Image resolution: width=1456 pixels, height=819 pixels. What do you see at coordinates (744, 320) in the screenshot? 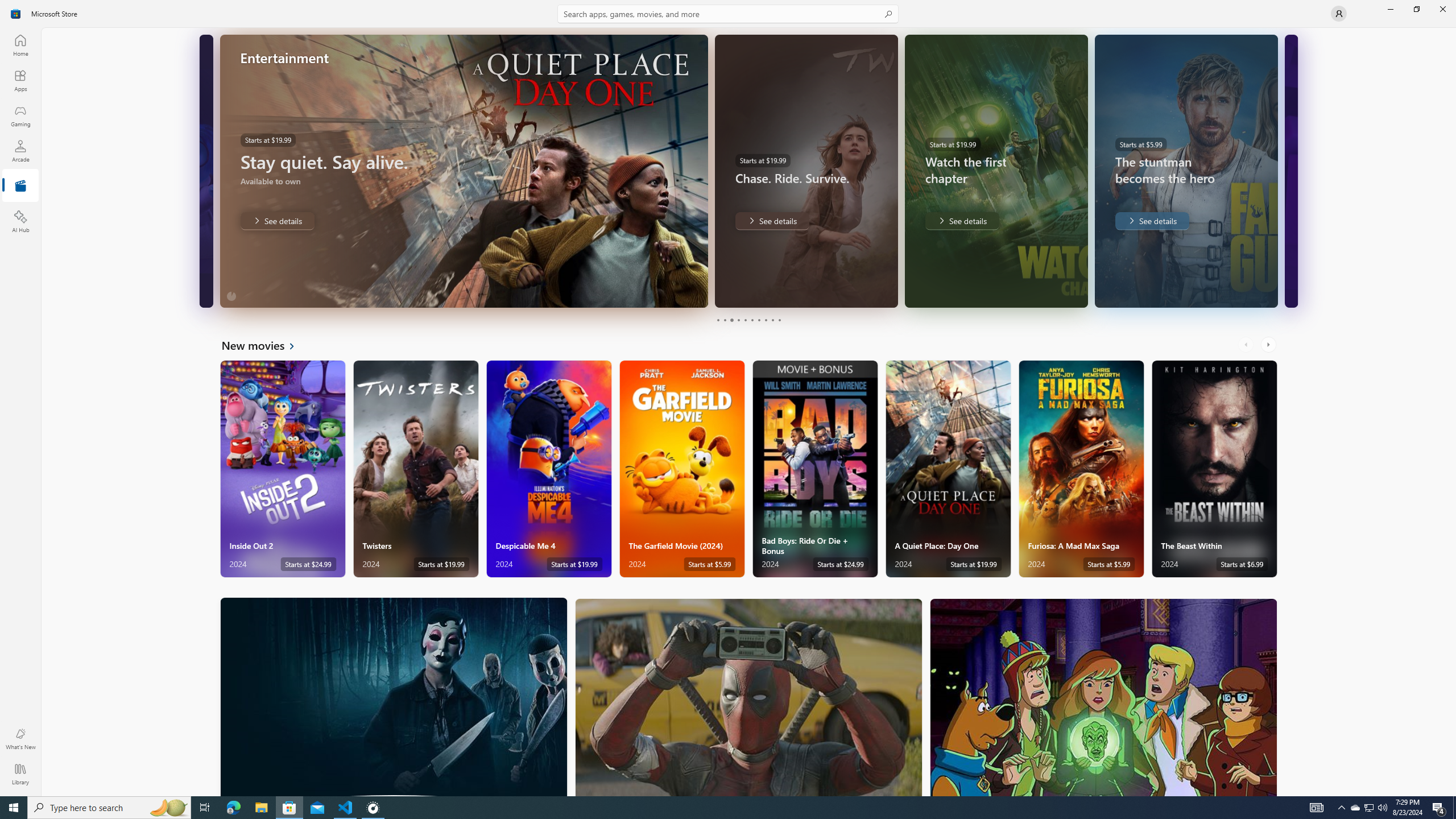
I see `'Page 5'` at bounding box center [744, 320].